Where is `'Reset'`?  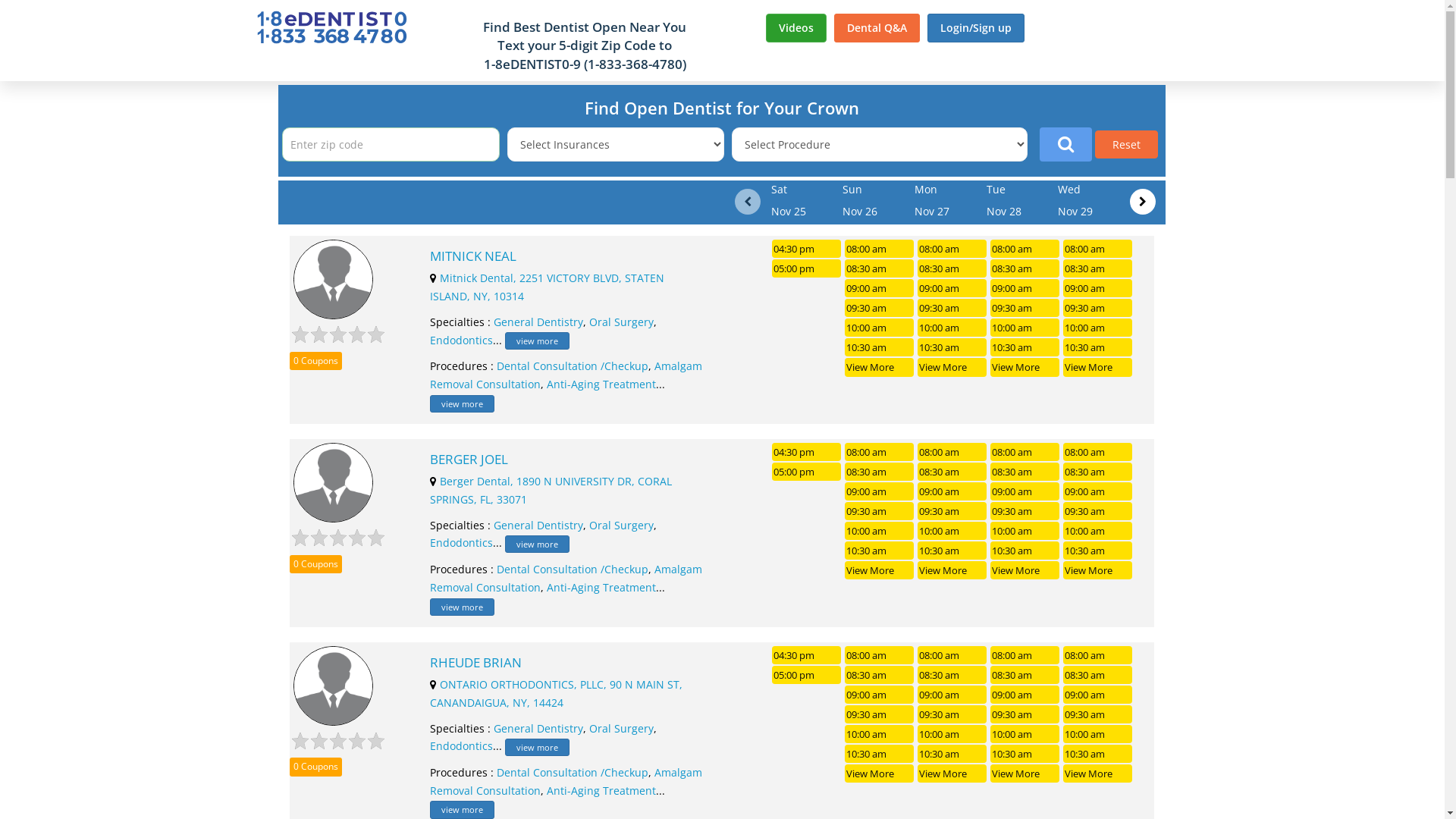 'Reset' is located at coordinates (1126, 144).